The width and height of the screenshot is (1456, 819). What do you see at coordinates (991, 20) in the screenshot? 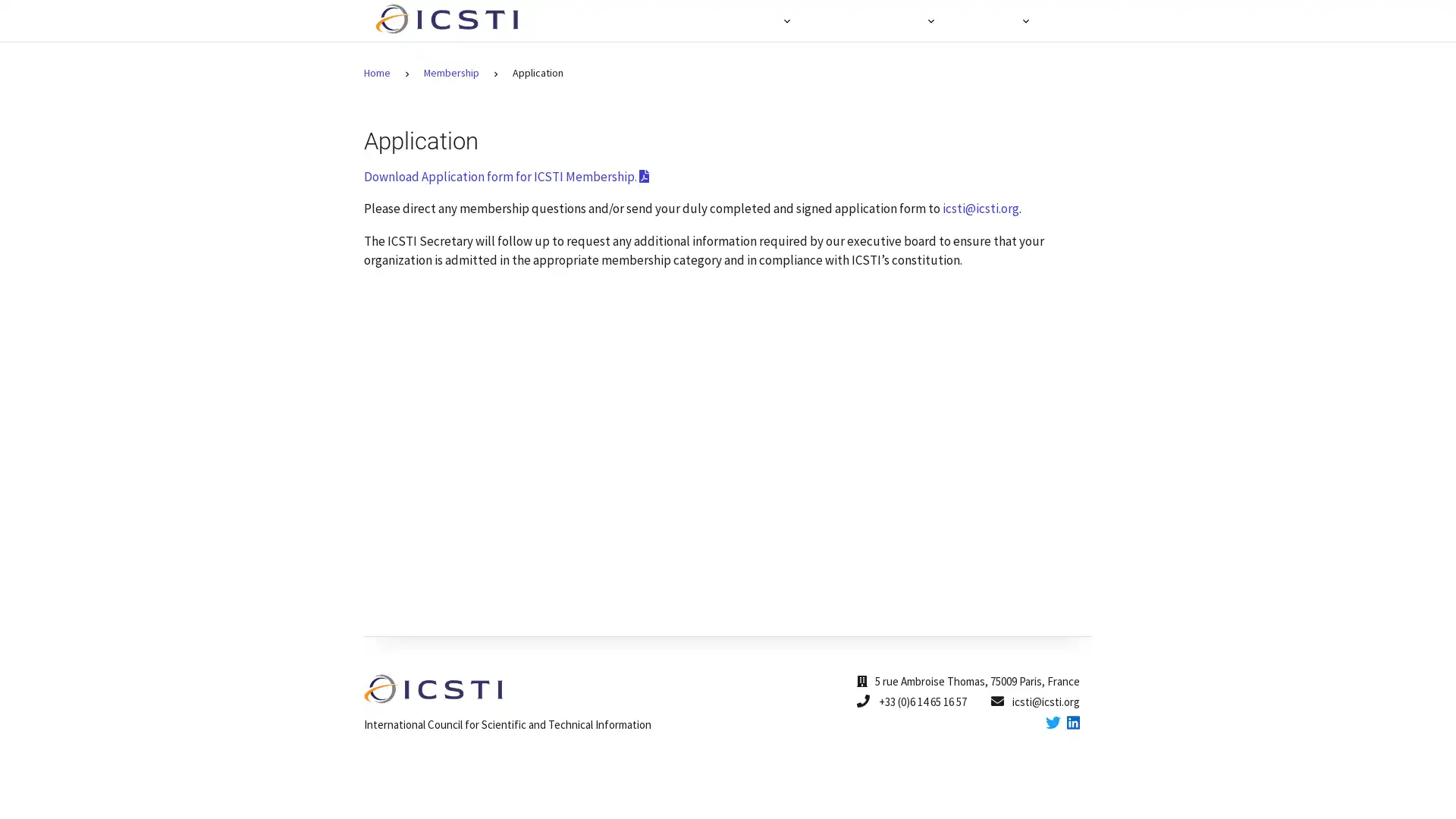
I see `Membership` at bounding box center [991, 20].